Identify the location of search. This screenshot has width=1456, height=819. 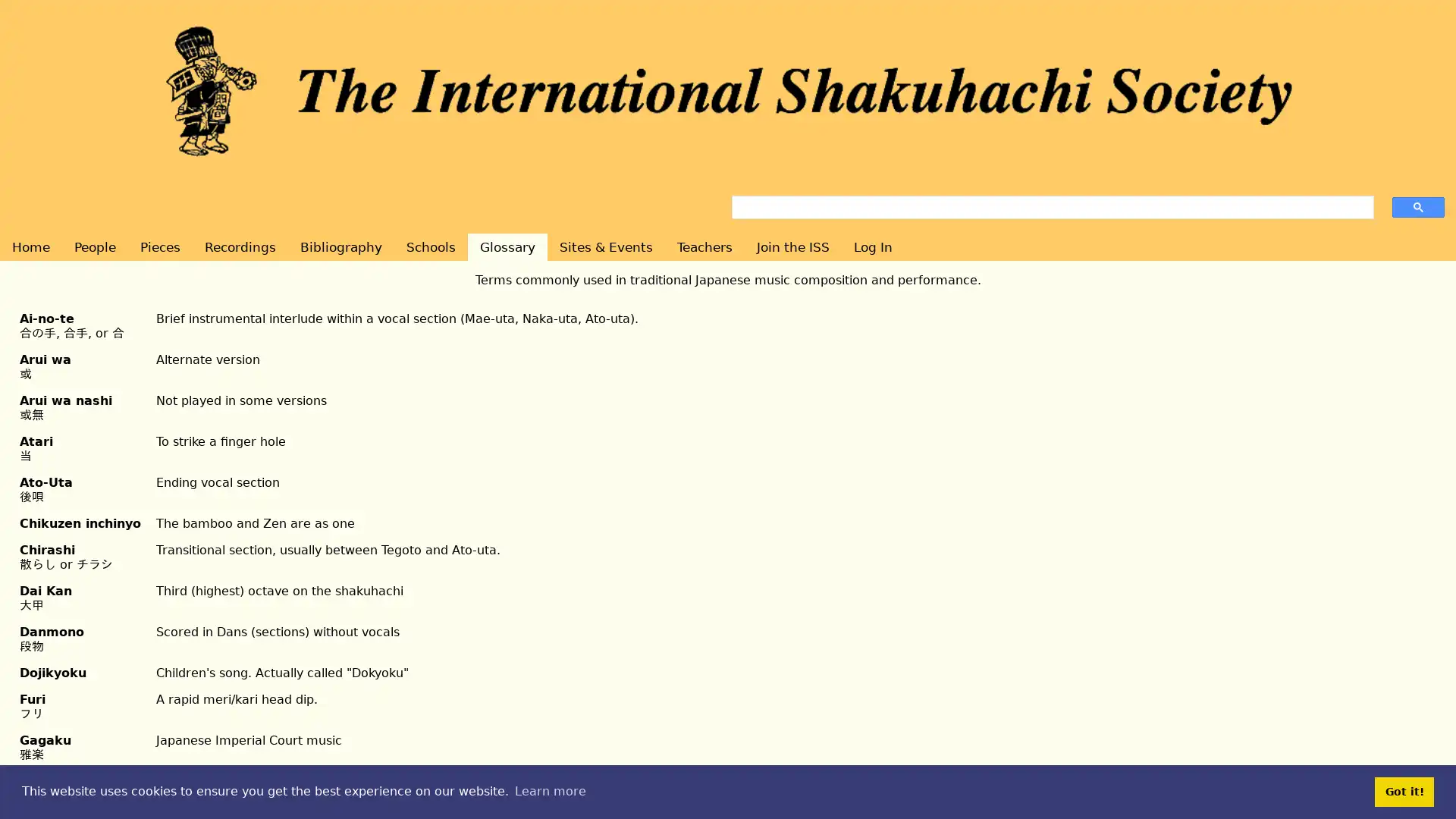
(1417, 206).